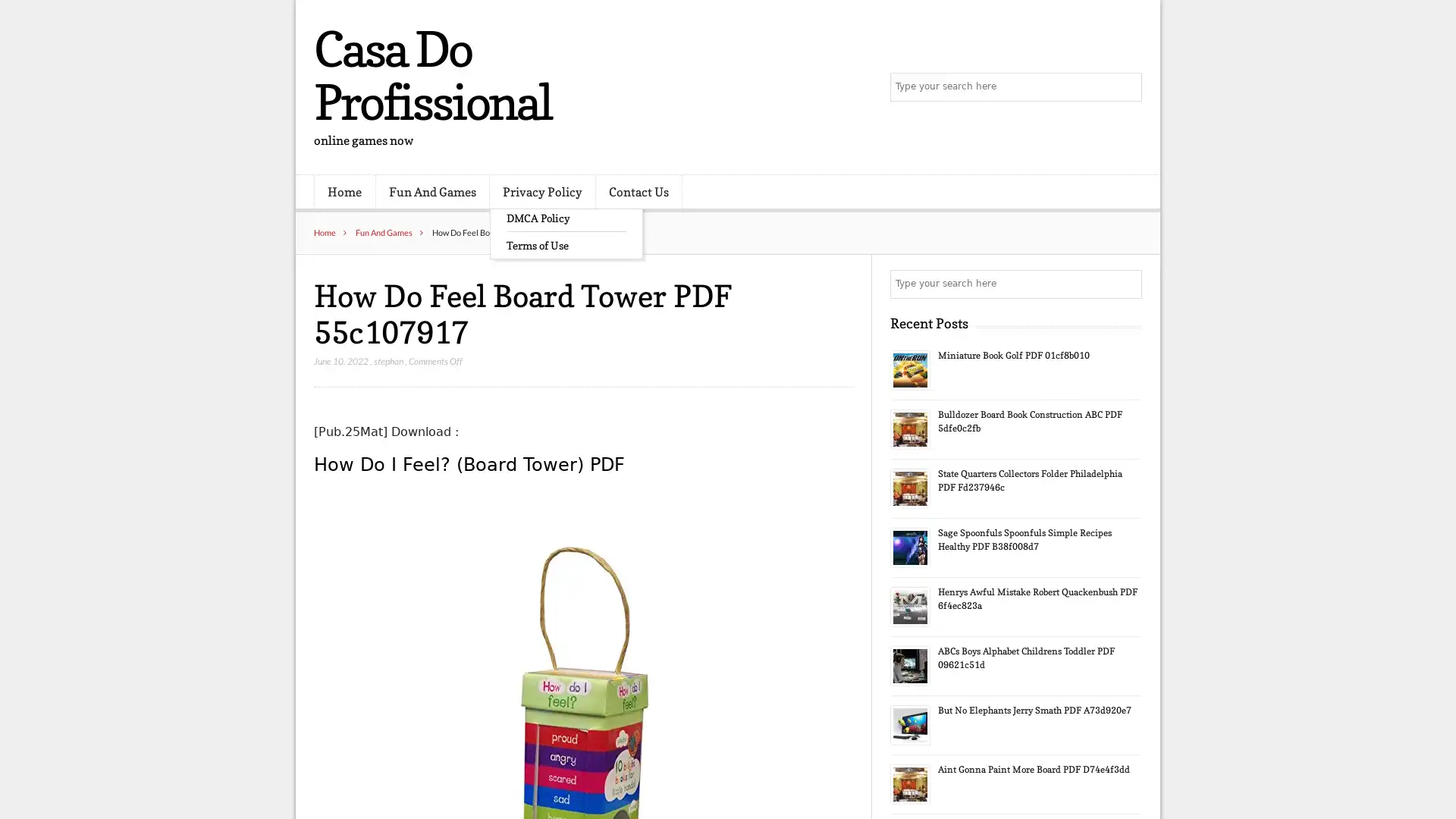 The width and height of the screenshot is (1456, 819). I want to click on Search, so click(1126, 284).